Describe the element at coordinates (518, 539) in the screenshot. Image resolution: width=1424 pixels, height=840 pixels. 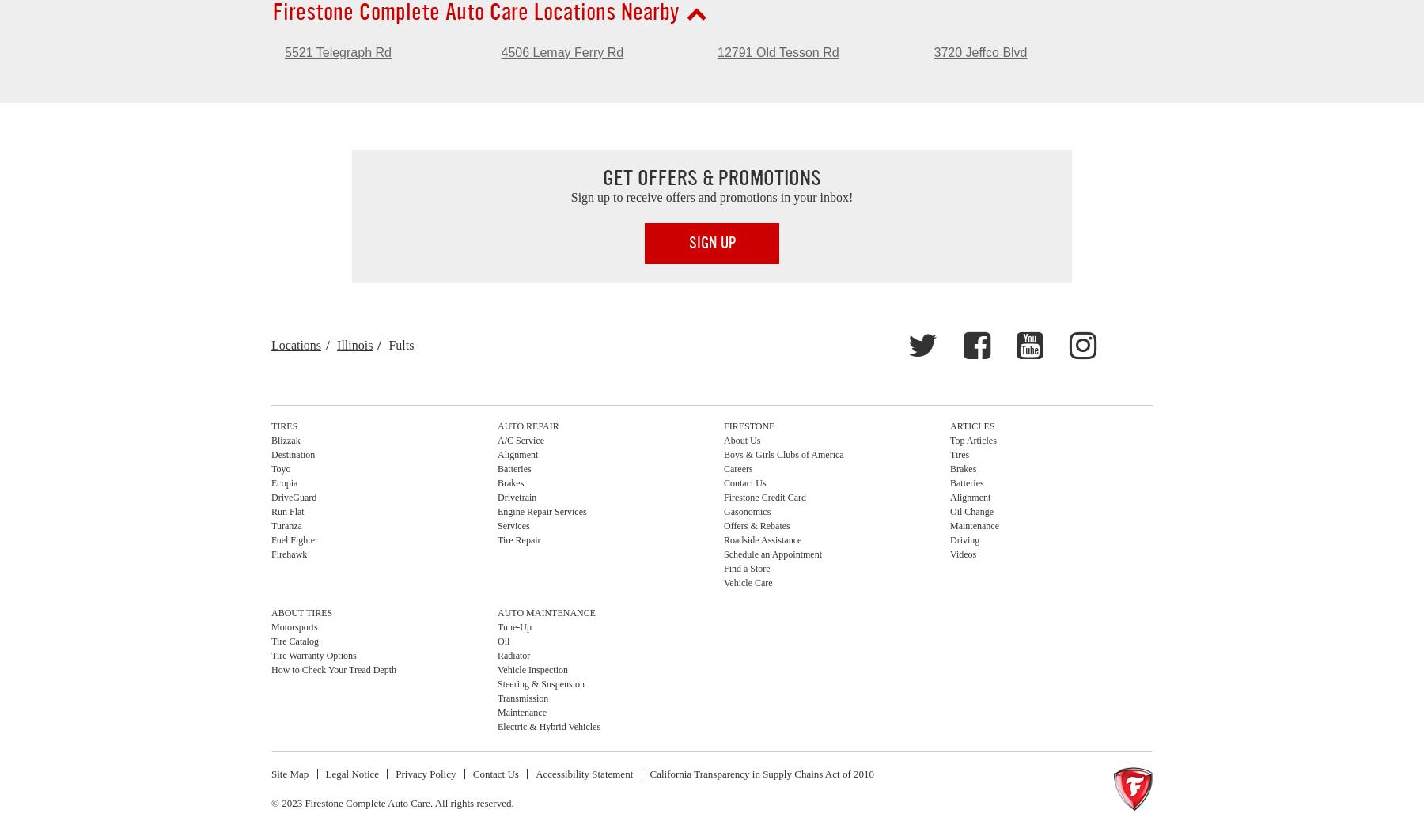
I see `'Tire Repair'` at that location.